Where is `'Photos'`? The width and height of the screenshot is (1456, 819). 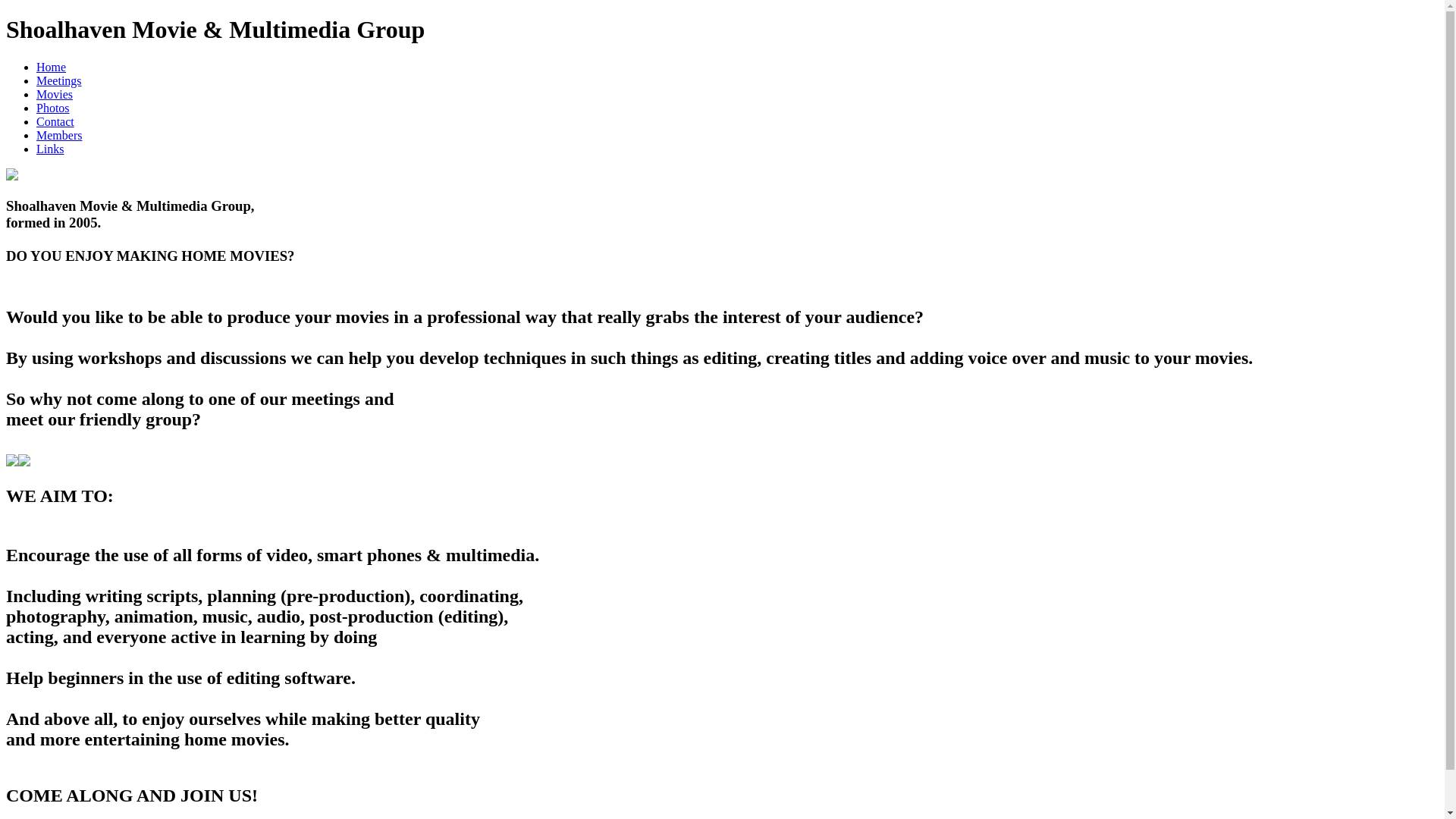 'Photos' is located at coordinates (53, 107).